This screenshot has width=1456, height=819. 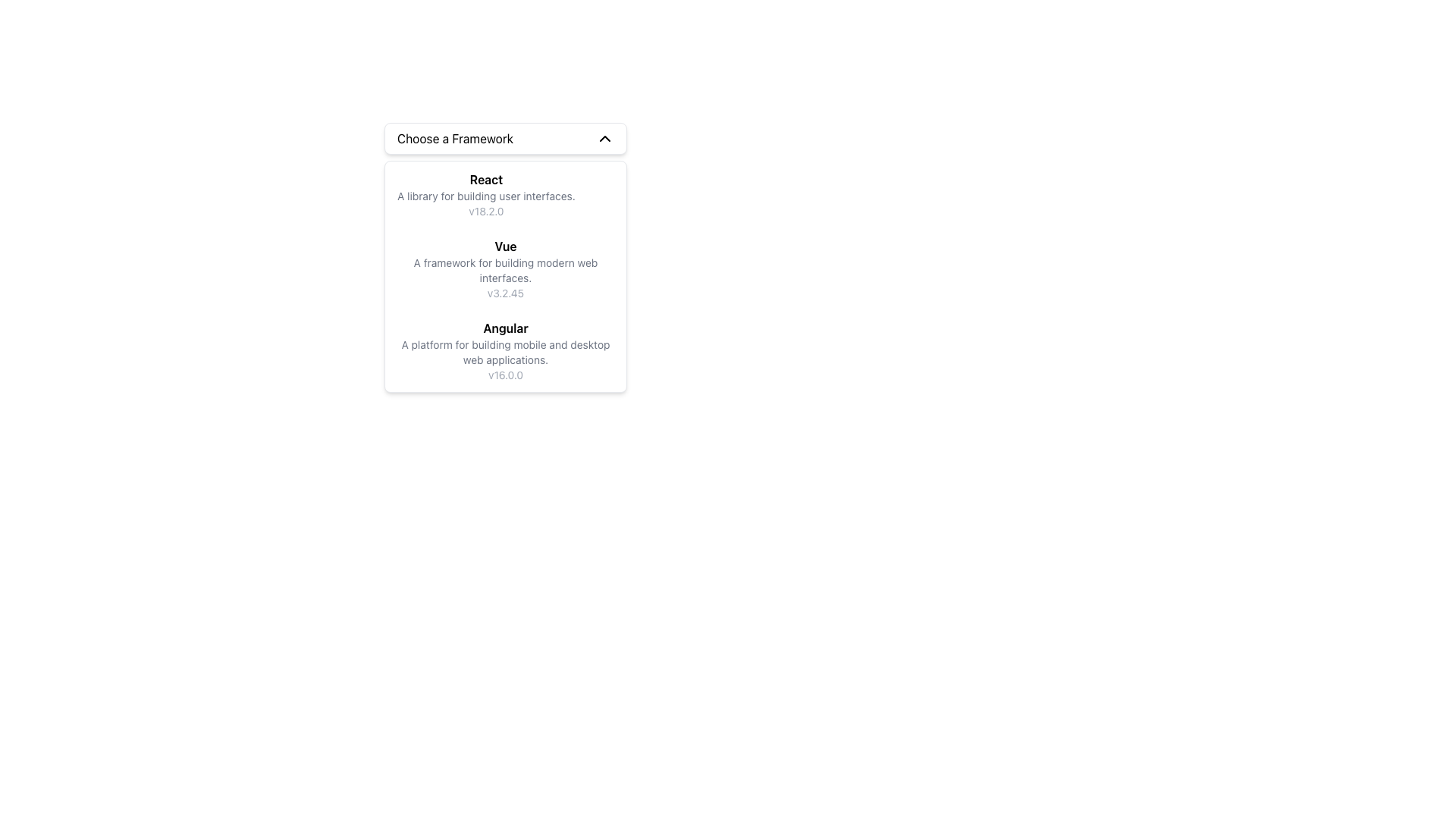 I want to click on the List Item element titled 'Angular', which is the third item in the 'Choose a Framework' section, so click(x=506, y=350).